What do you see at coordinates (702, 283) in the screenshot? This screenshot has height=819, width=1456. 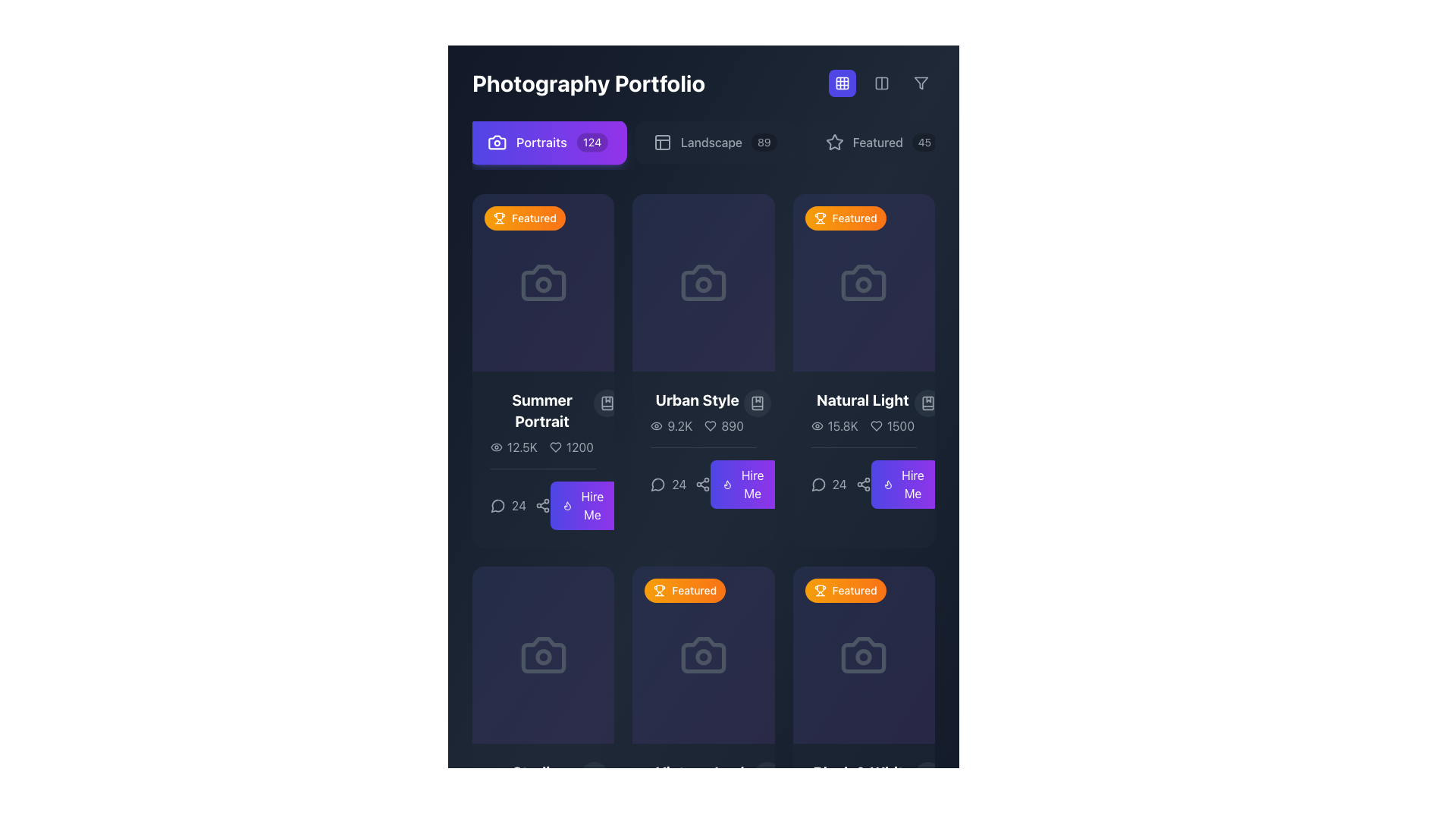 I see `the photography-related icon in the second column of the top row within the 'Urban Style' section, located beneath the 'Featured' label` at bounding box center [702, 283].